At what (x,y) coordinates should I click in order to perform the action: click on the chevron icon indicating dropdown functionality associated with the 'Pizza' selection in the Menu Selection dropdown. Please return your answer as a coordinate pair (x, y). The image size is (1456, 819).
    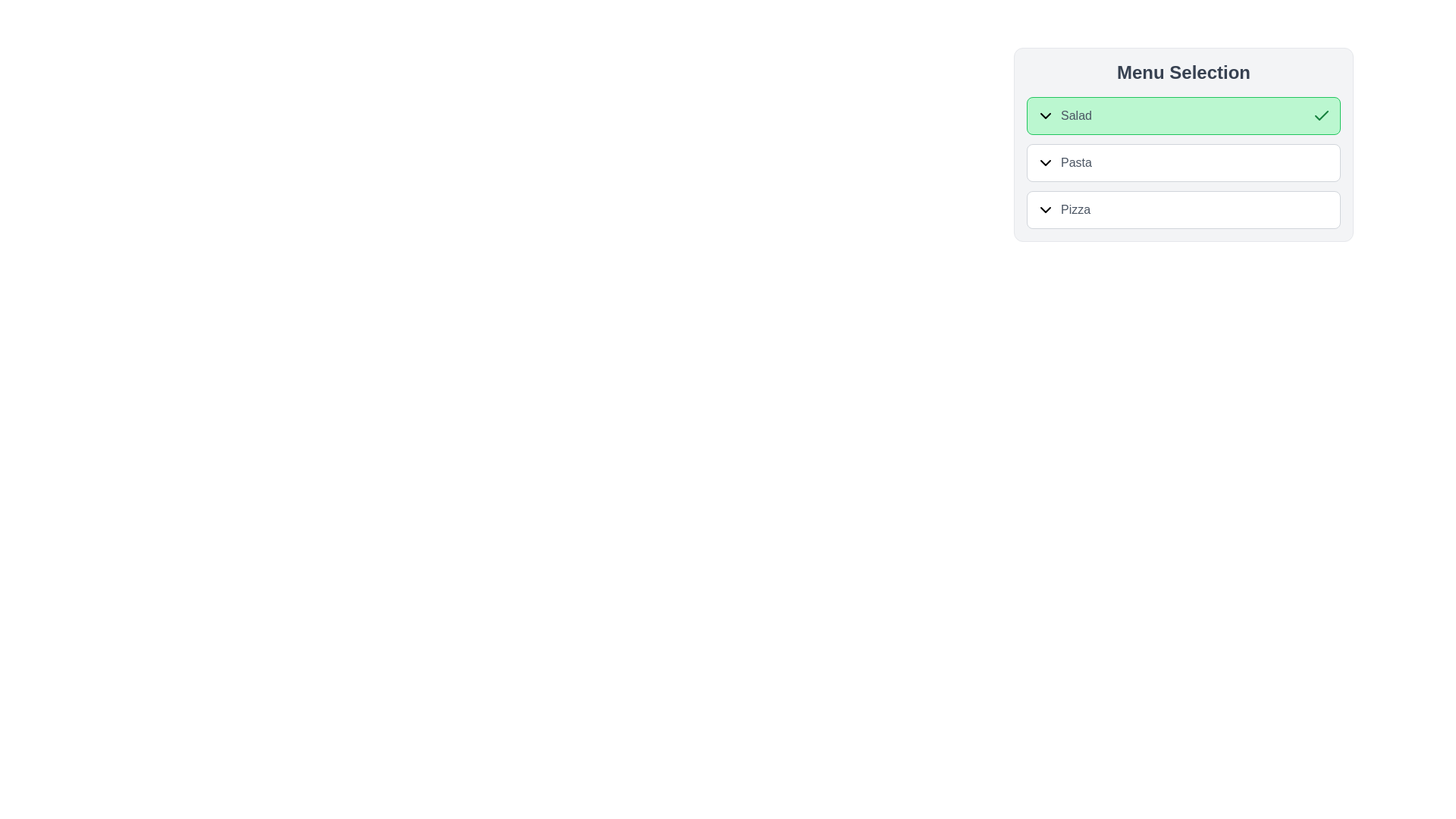
    Looking at the image, I should click on (1044, 210).